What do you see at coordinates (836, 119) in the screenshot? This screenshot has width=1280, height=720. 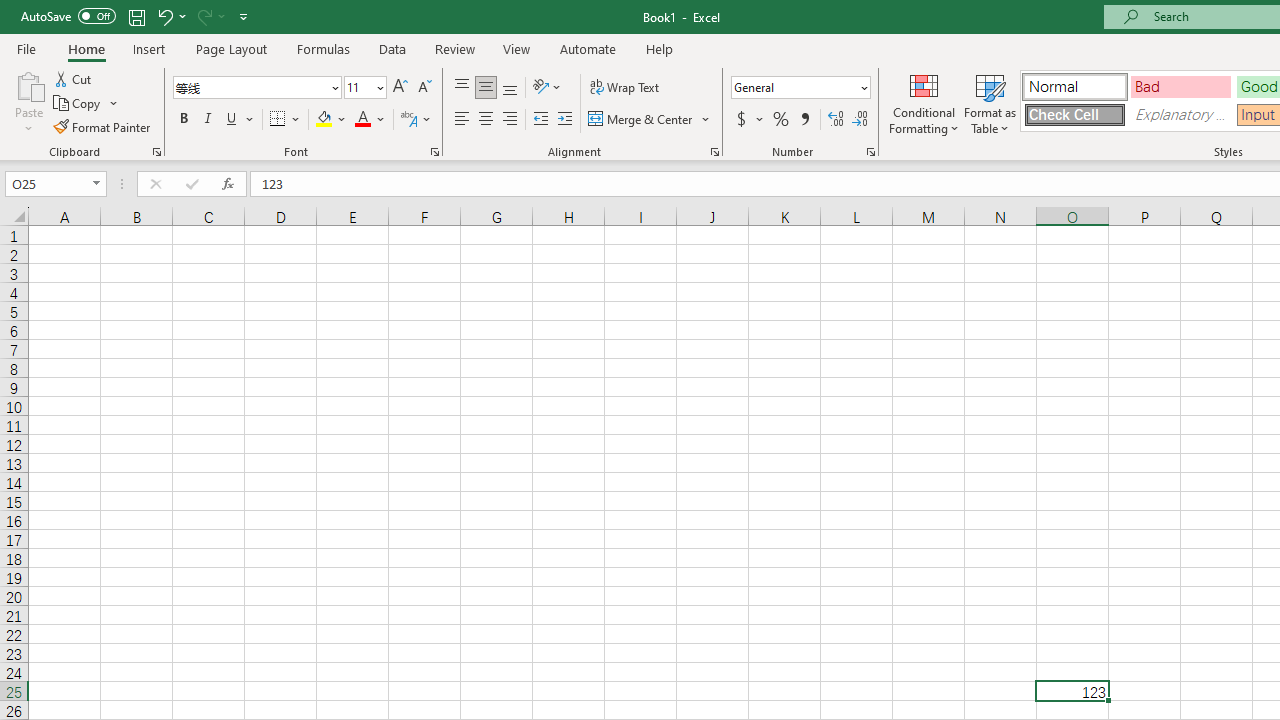 I see `'Increase Decimal'` at bounding box center [836, 119].